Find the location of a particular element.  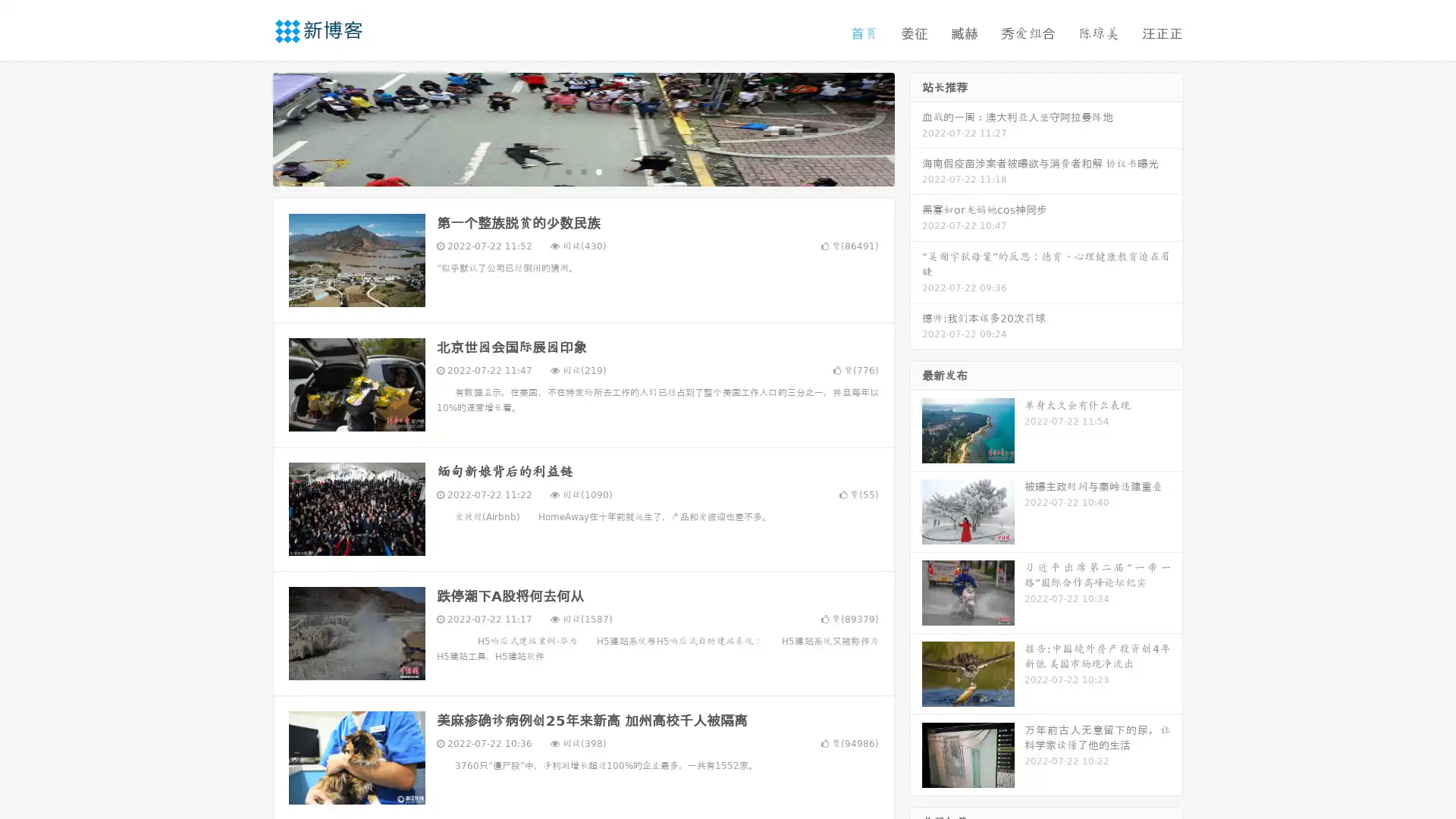

Go to slide 1 is located at coordinates (567, 171).